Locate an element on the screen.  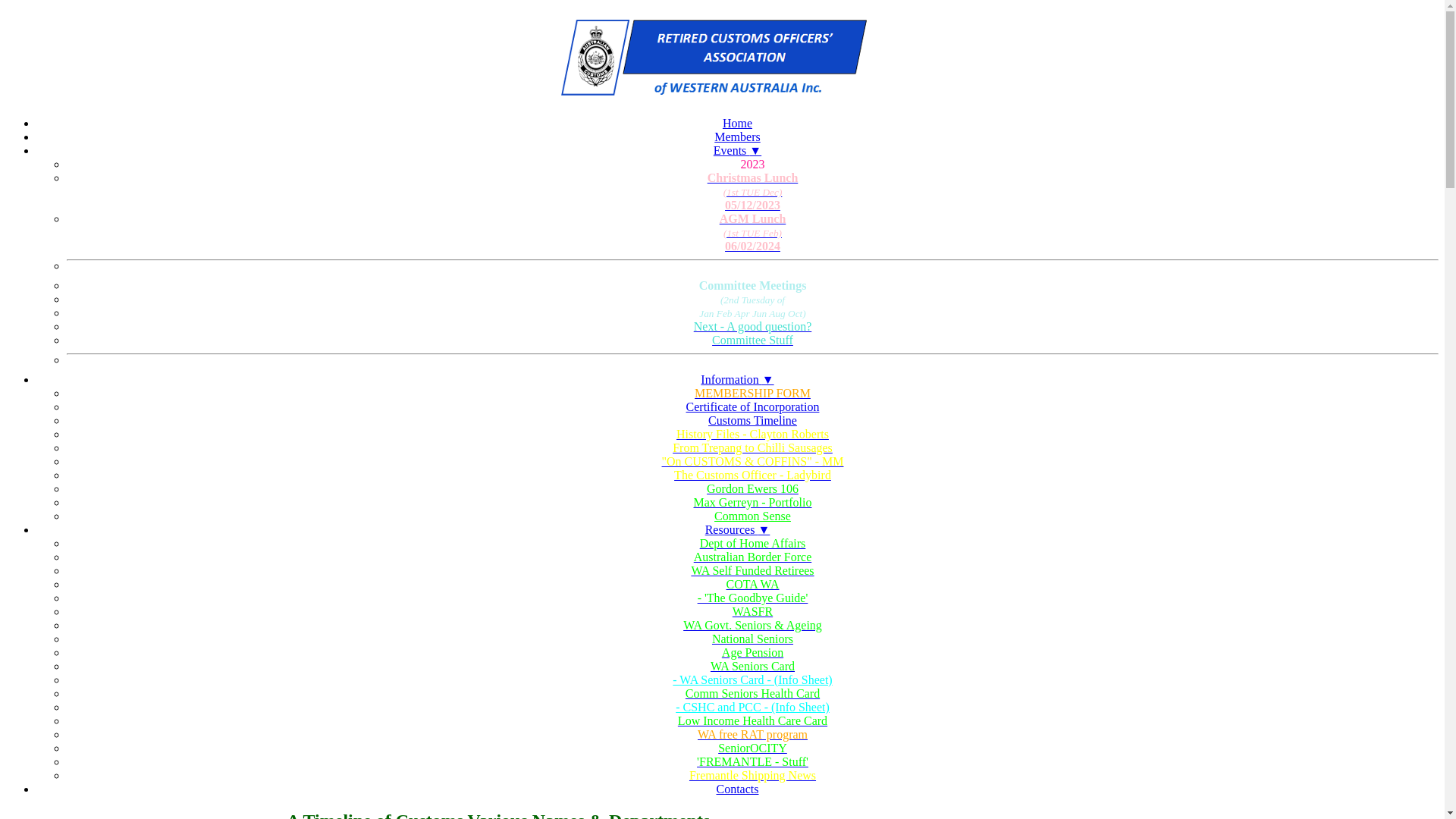
'Fremantle Shipping News' is located at coordinates (752, 775).